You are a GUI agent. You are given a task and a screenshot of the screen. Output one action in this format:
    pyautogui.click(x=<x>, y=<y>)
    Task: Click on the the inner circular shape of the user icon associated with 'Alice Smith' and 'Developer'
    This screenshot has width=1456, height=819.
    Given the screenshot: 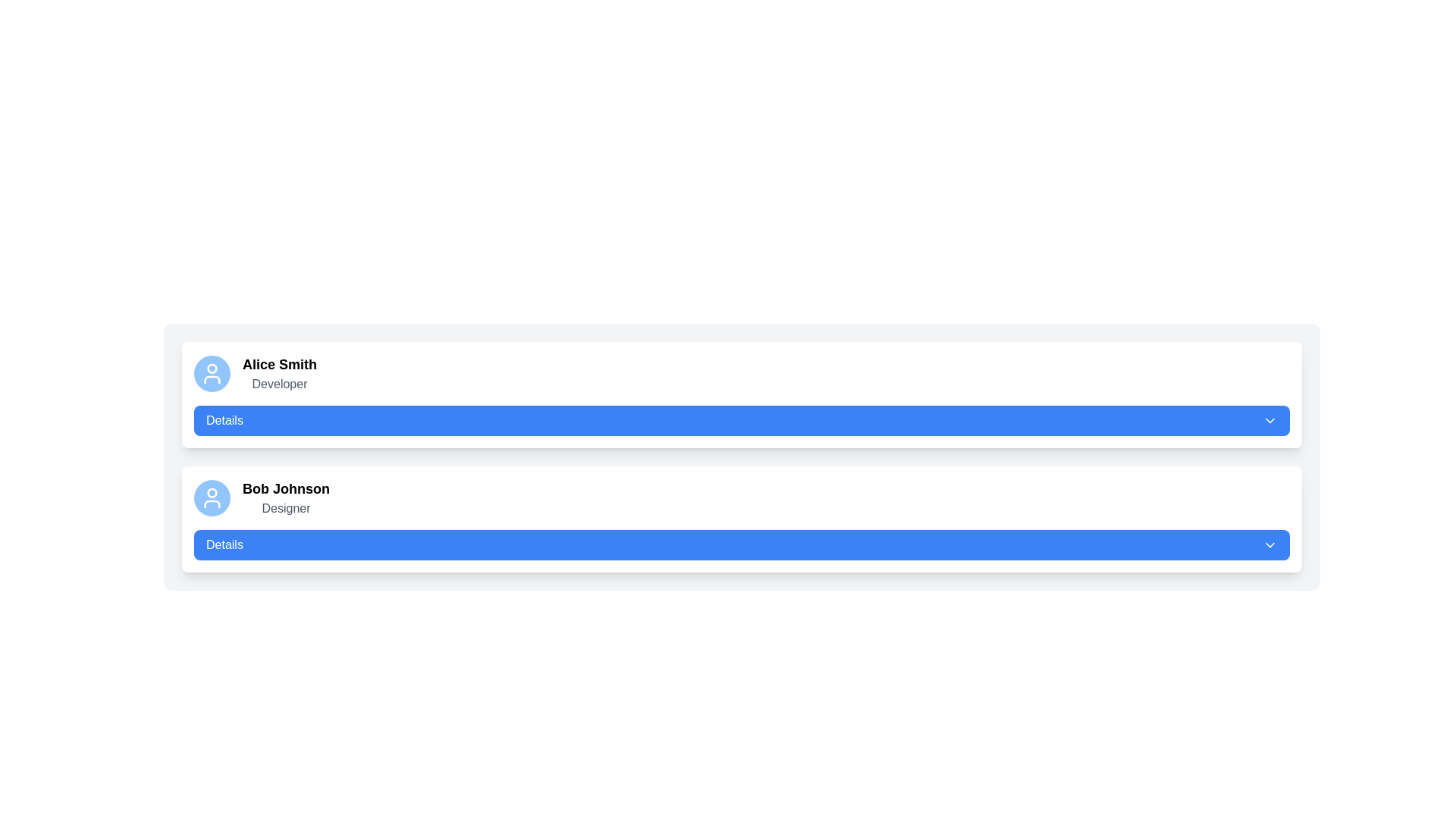 What is the action you would take?
    pyautogui.click(x=211, y=369)
    